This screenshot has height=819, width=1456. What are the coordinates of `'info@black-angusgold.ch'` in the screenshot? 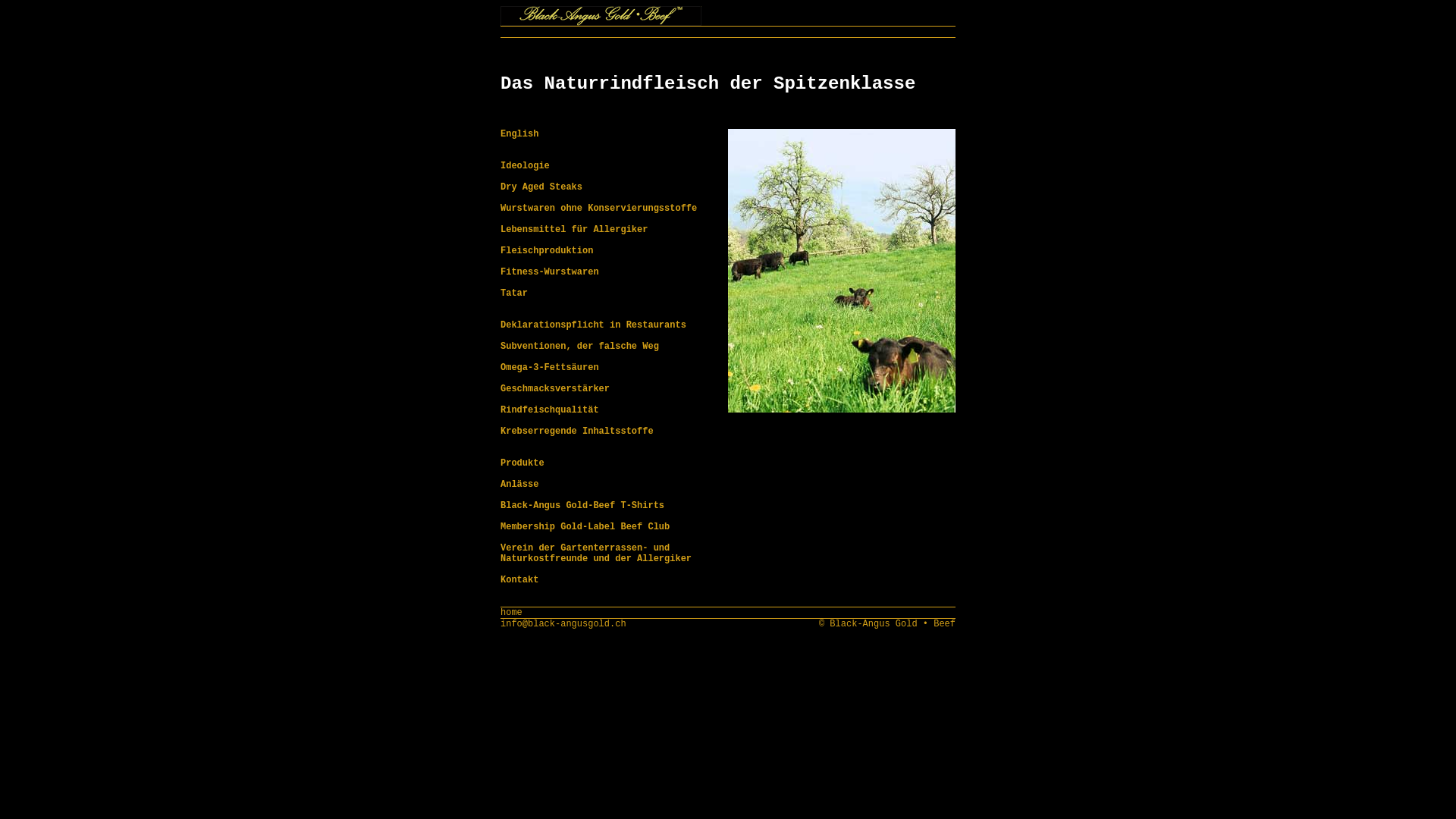 It's located at (563, 623).